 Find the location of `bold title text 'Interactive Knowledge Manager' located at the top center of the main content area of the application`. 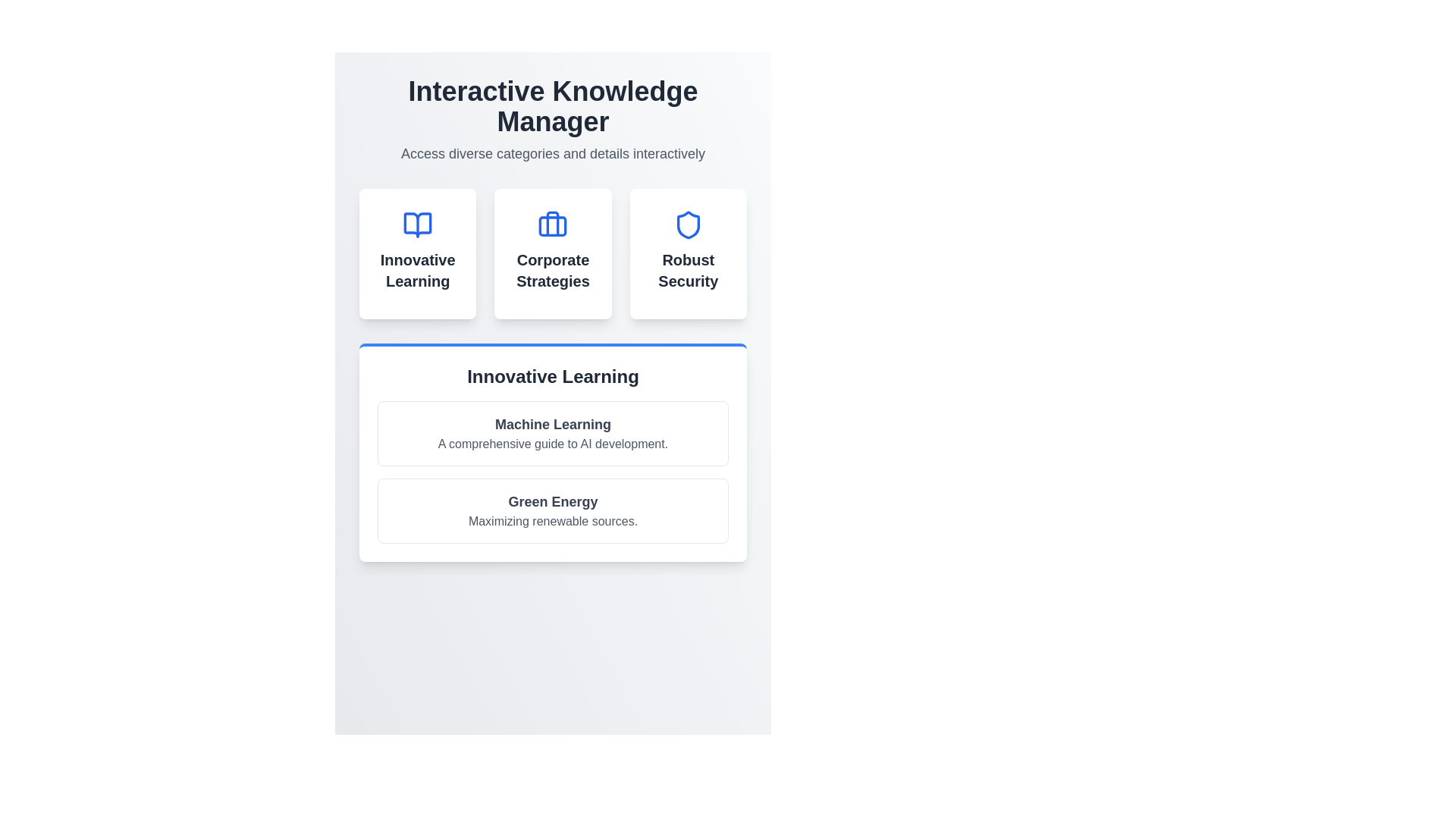

bold title text 'Interactive Knowledge Manager' located at the top center of the main content area of the application is located at coordinates (552, 106).